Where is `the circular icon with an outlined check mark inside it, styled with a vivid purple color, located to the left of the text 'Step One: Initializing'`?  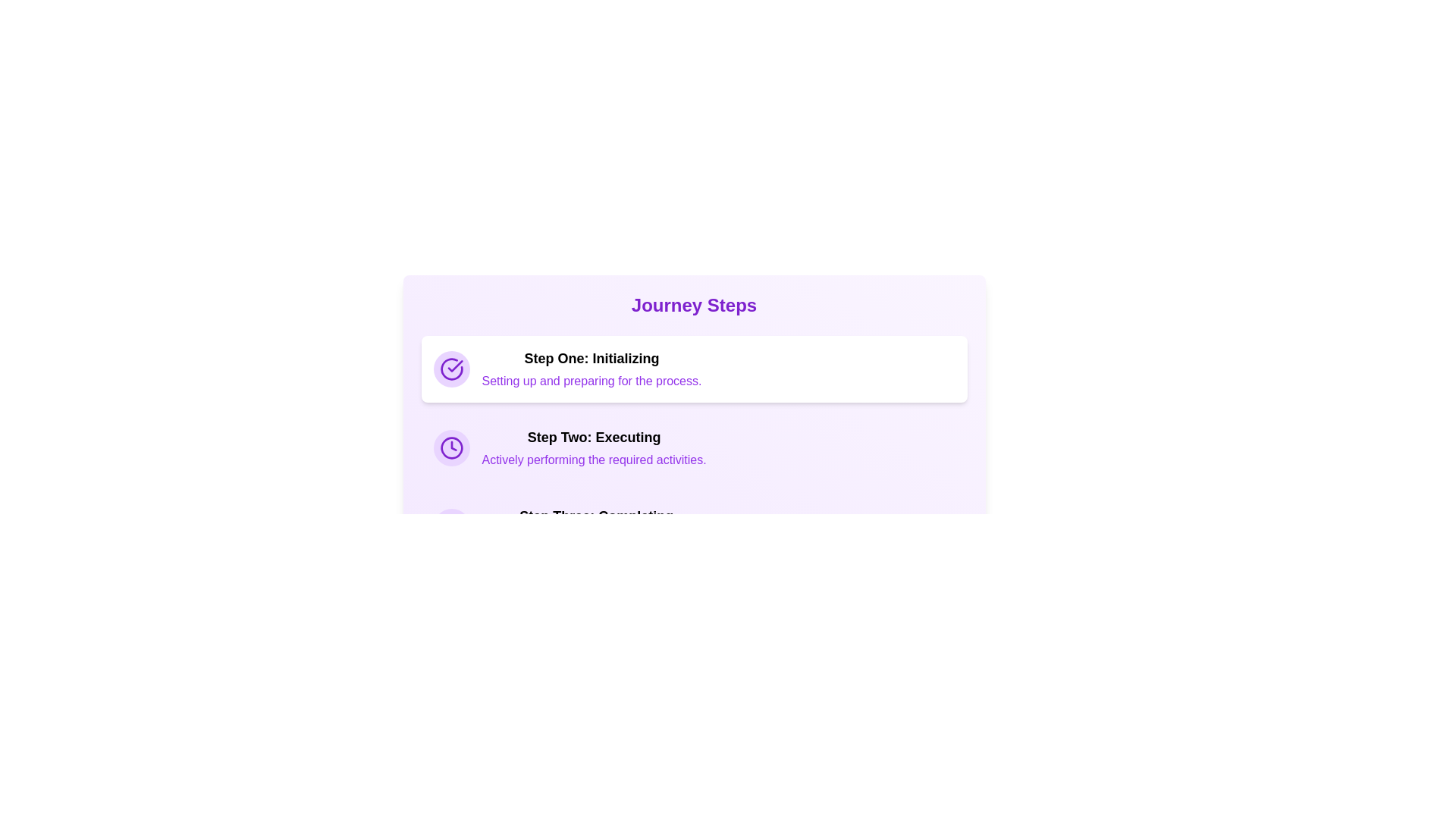
the circular icon with an outlined check mark inside it, styled with a vivid purple color, located to the left of the text 'Step One: Initializing' is located at coordinates (450, 369).